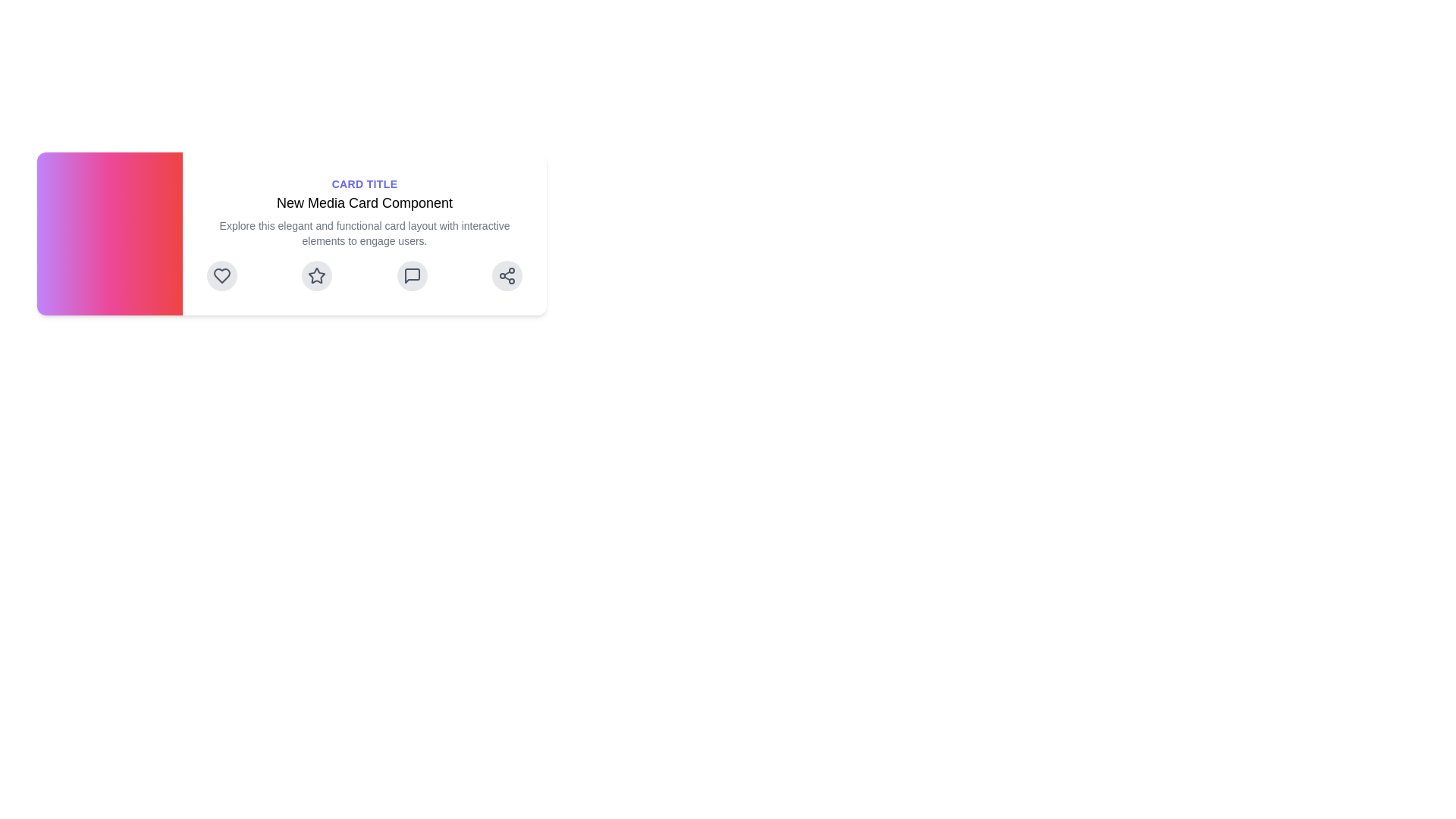  I want to click on the five-pointed star-shaped icon that is centrally placed among a horizontal array of four icons below the center-aligned text content within a card component, so click(316, 275).